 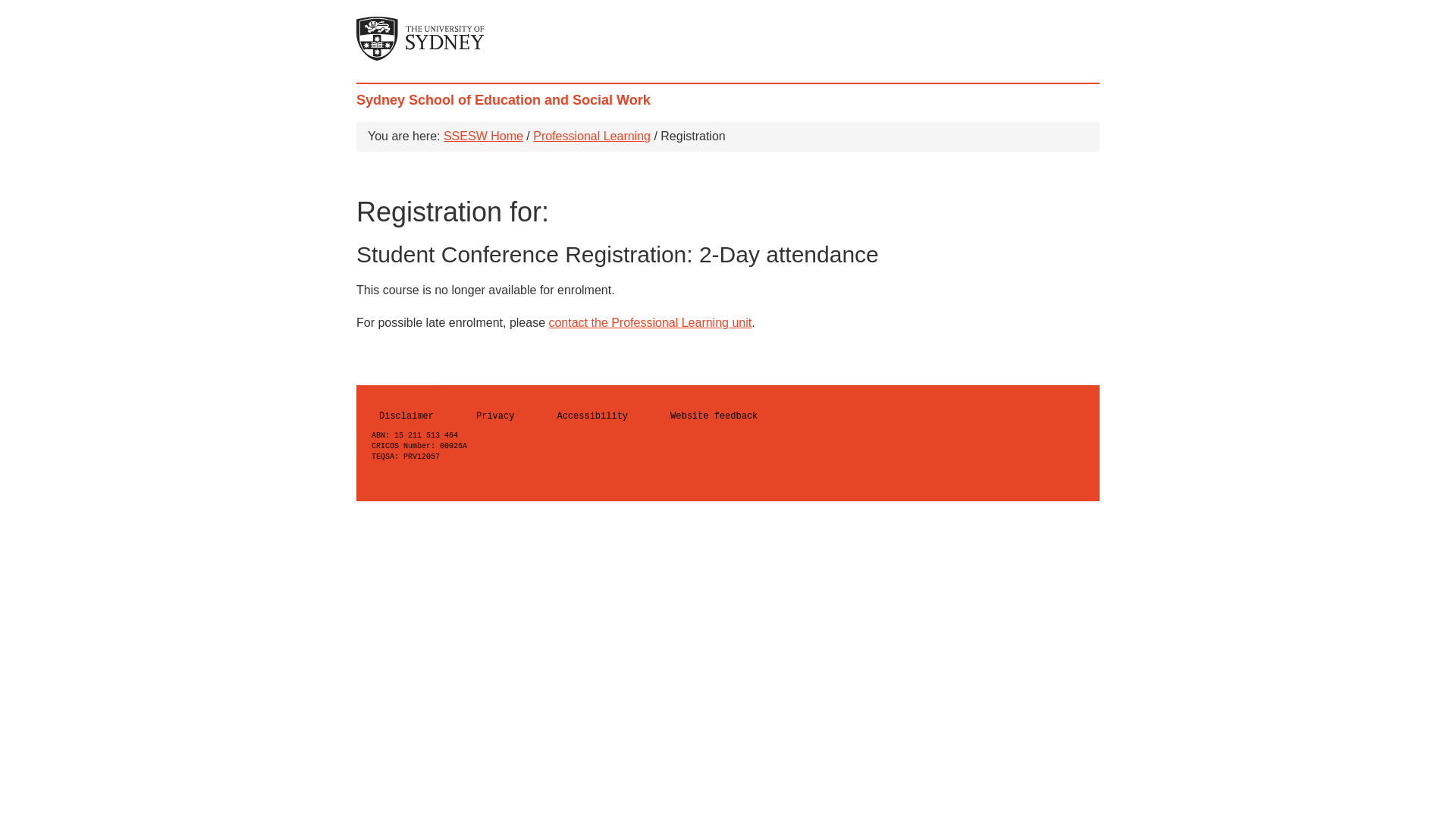 What do you see at coordinates (482, 135) in the screenshot?
I see `'SSESW Home'` at bounding box center [482, 135].